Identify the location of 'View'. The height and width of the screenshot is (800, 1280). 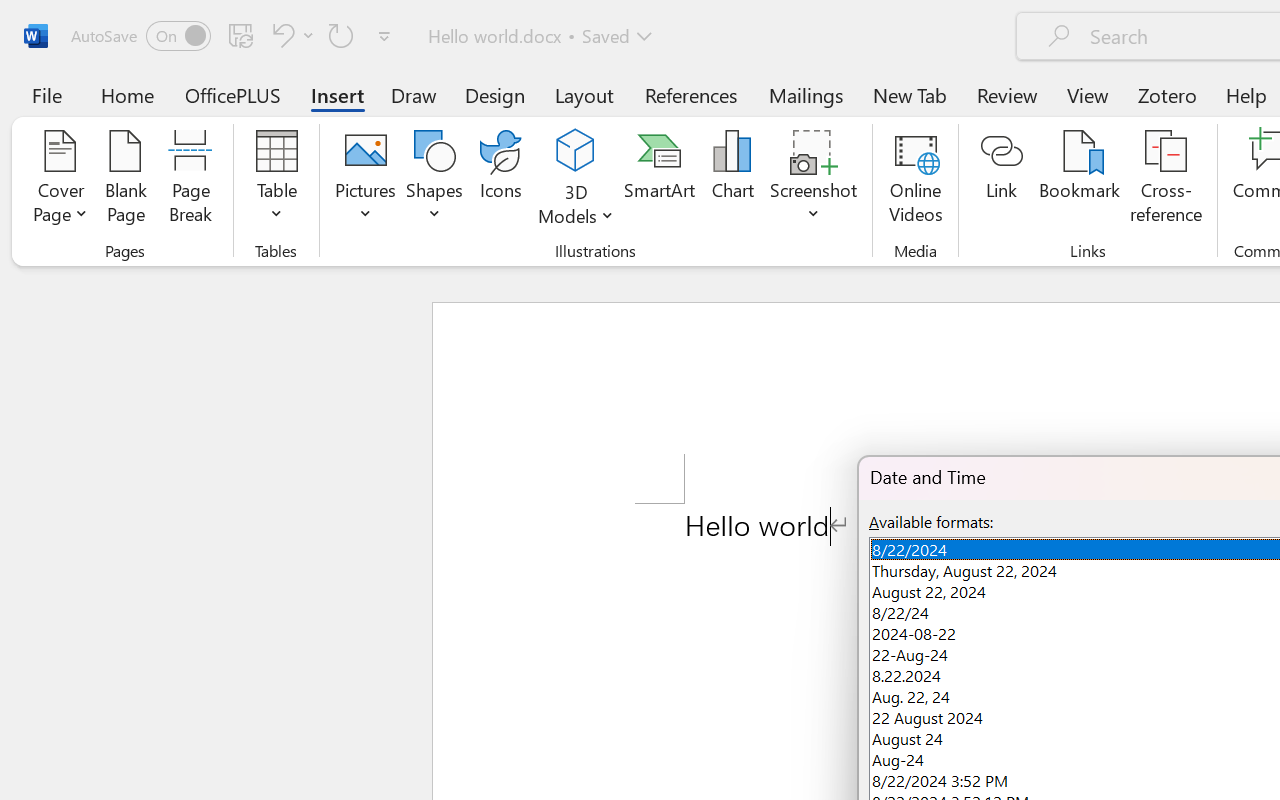
(1087, 94).